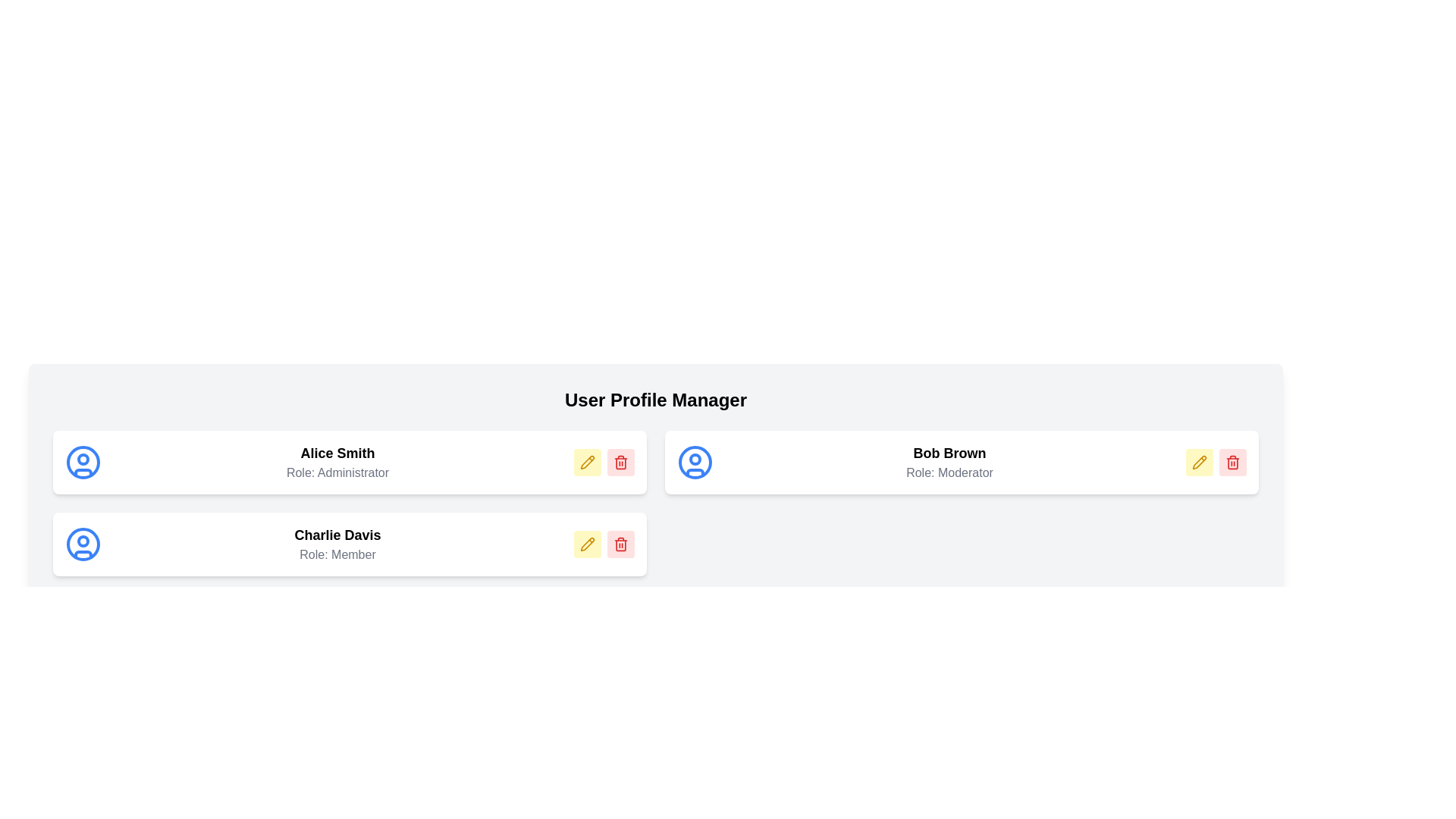 This screenshot has width=1456, height=819. I want to click on the text label displaying 'Charlie Davis', which is in bold and slightly larger than surrounding text, located above 'Role: Member' within the profile card, so click(337, 534).